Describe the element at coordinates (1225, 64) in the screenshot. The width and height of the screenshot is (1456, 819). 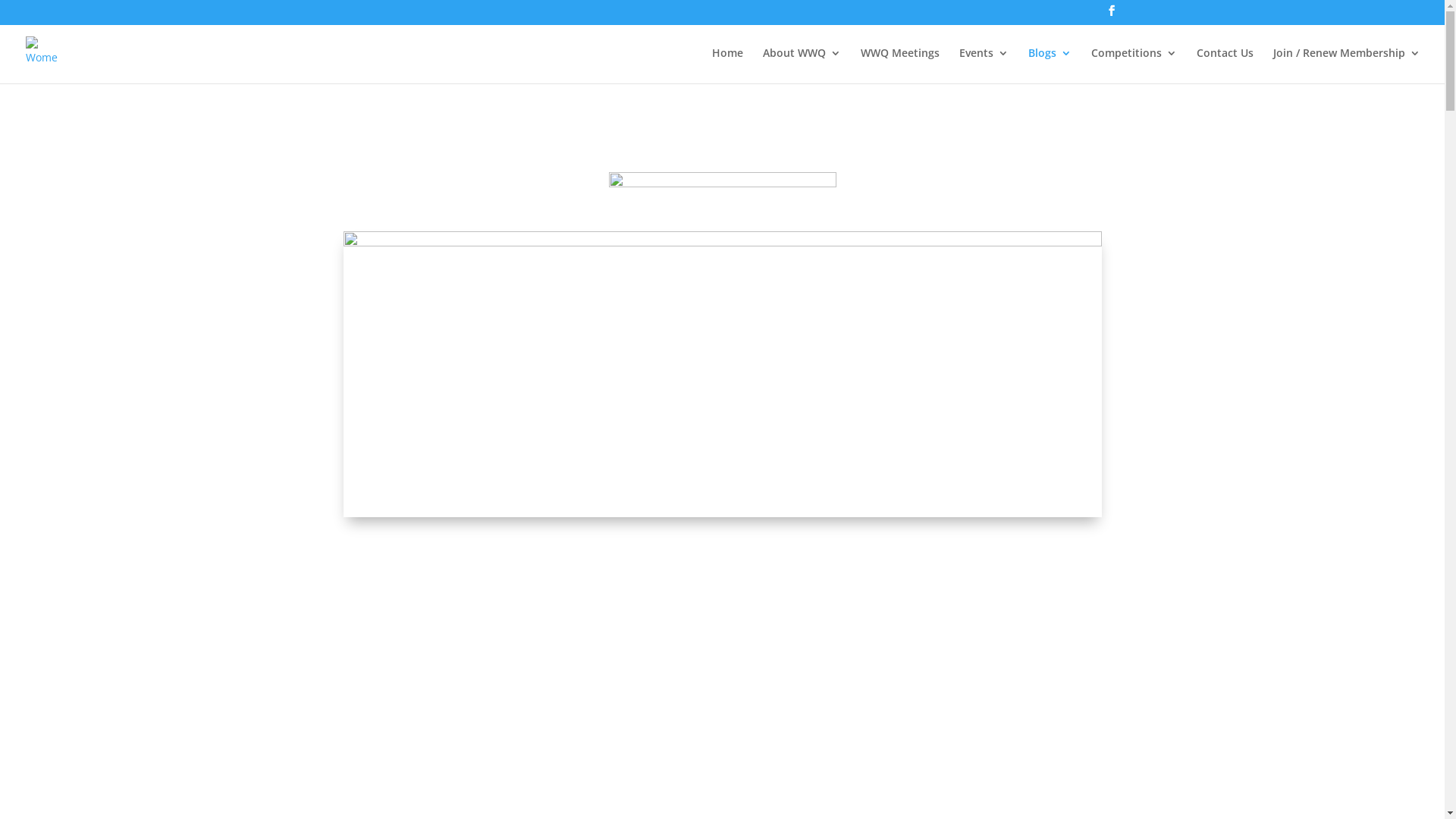
I see `'Contact Us'` at that location.